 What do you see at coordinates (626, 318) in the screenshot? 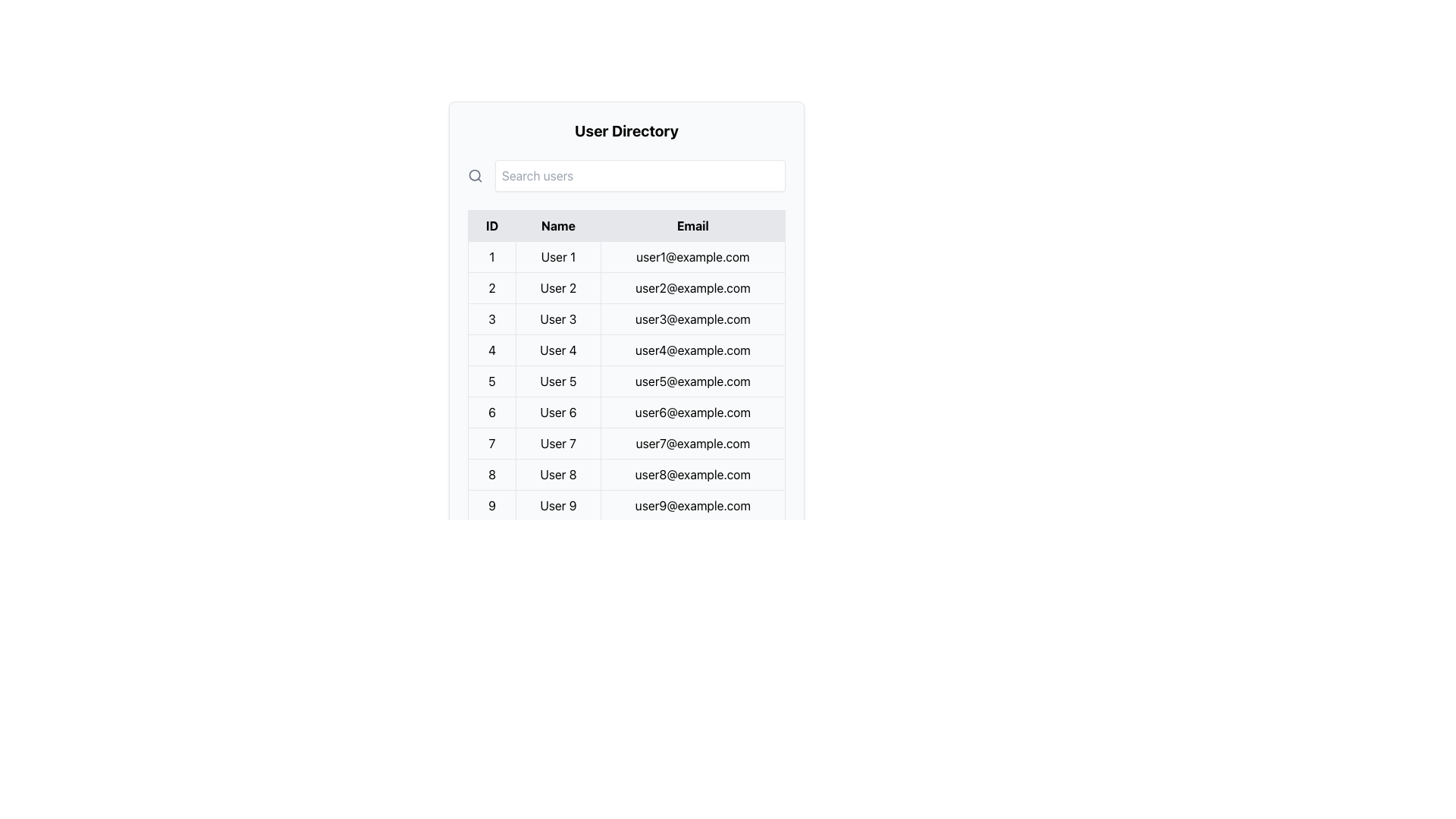
I see `the third row in the 'User Directory' data table` at bounding box center [626, 318].